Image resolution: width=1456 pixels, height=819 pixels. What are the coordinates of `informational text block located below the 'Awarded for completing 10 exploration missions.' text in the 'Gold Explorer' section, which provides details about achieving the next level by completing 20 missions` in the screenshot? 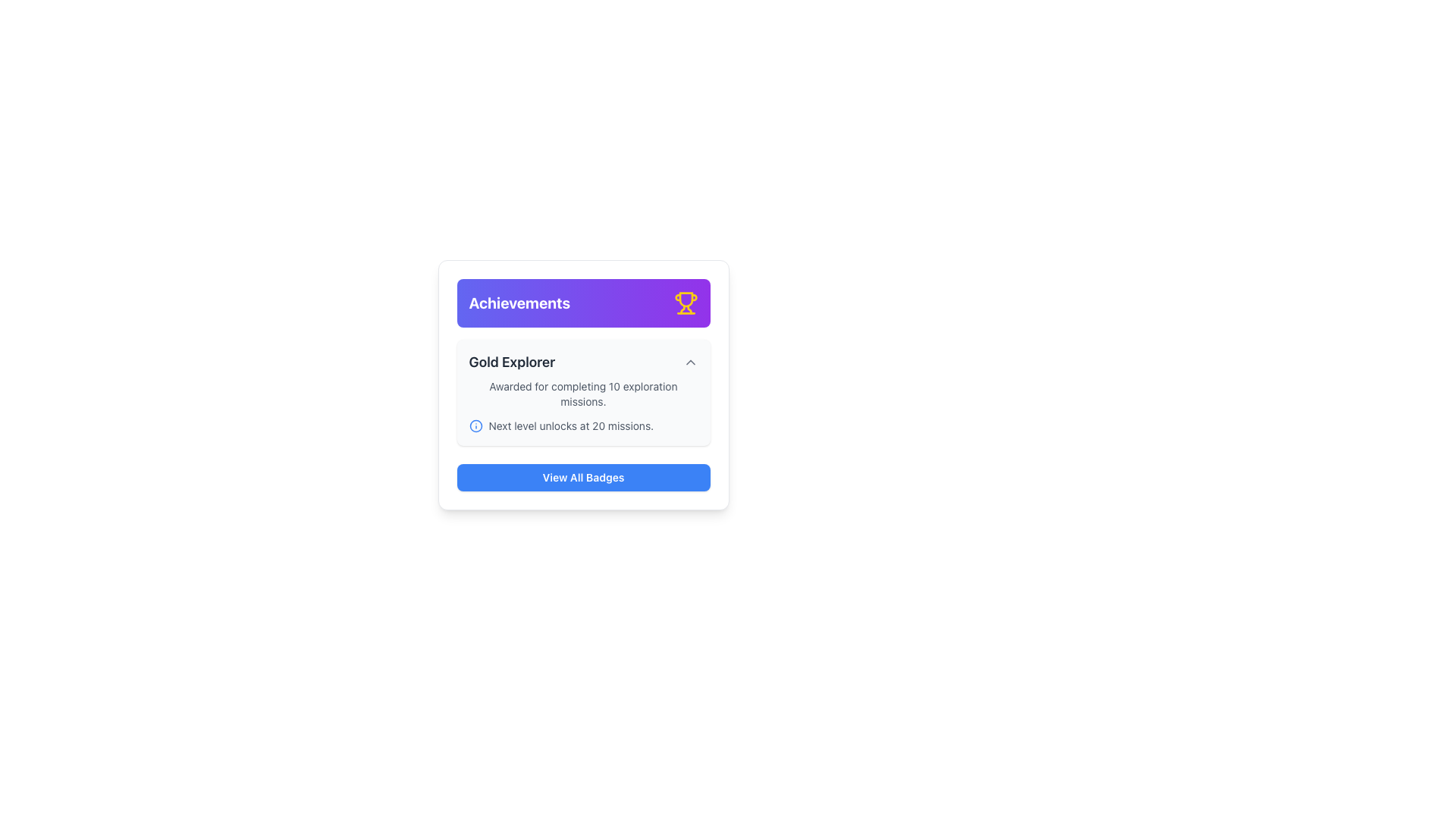 It's located at (582, 426).